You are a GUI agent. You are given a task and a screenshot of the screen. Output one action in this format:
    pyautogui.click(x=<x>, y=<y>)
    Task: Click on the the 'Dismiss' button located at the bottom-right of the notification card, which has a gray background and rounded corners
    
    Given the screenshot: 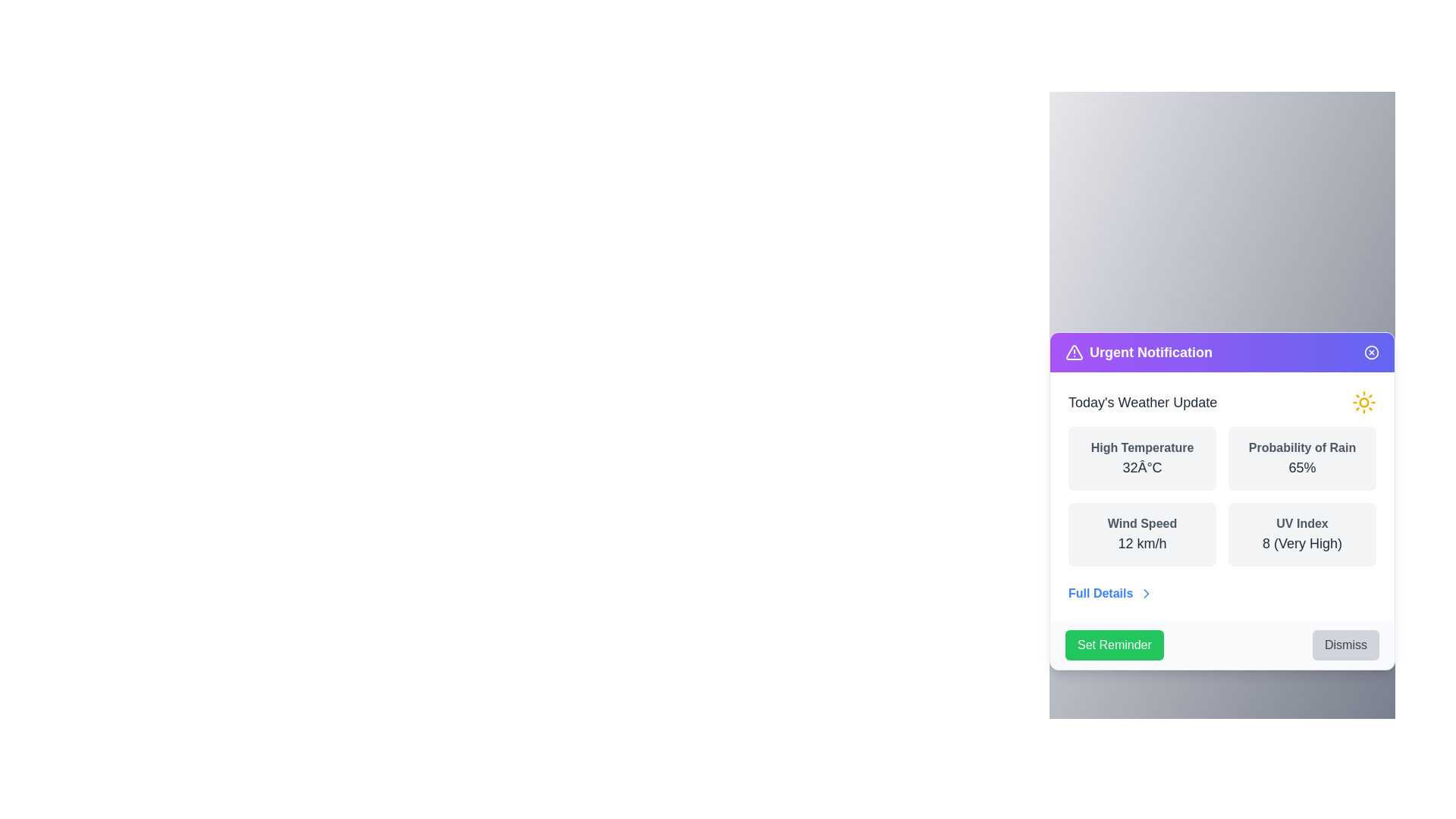 What is the action you would take?
    pyautogui.click(x=1346, y=645)
    